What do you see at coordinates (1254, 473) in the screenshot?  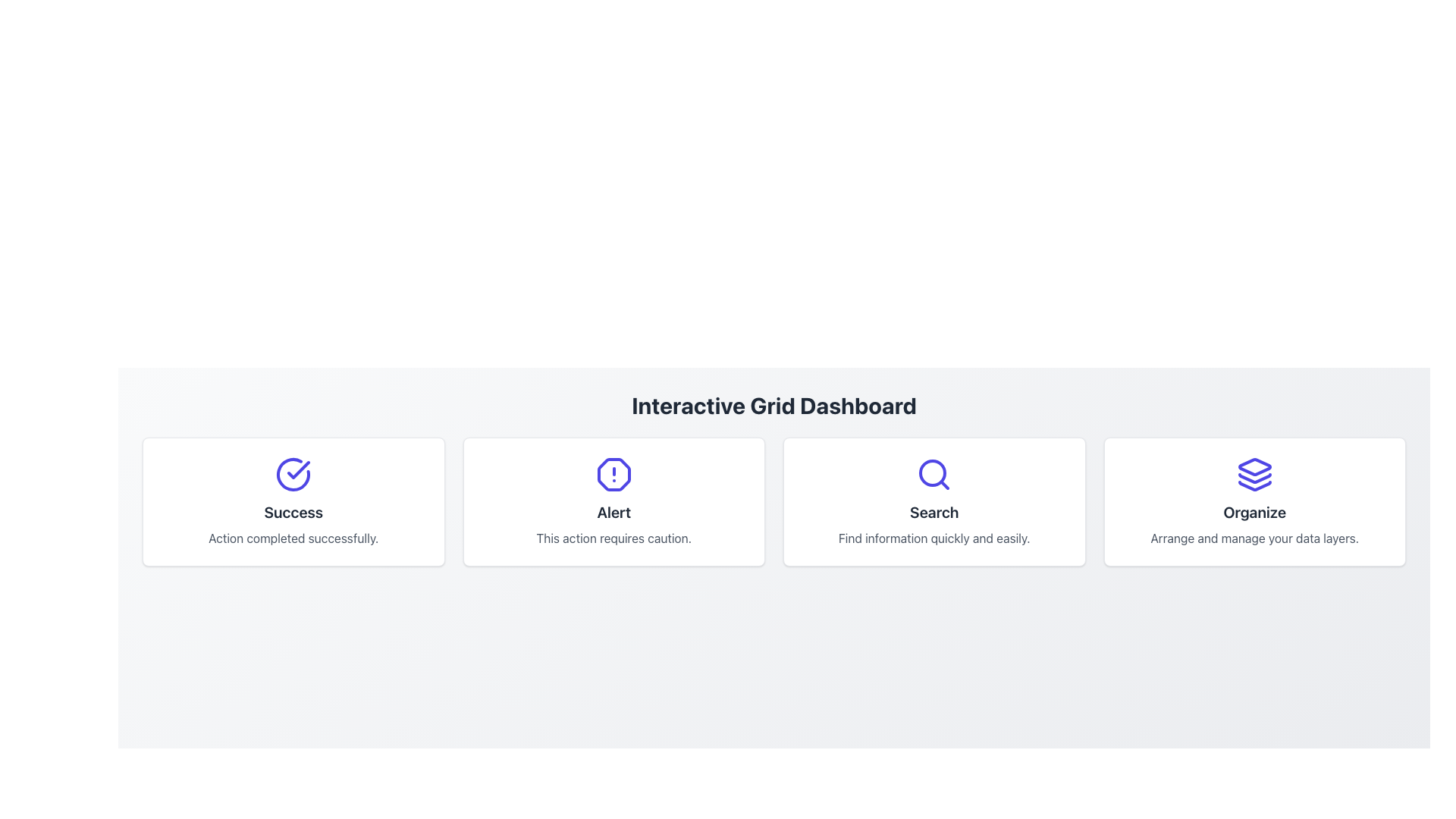 I see `the static icon element representing layers, located at the center-top of the 'Organize' card in the grid layout` at bounding box center [1254, 473].